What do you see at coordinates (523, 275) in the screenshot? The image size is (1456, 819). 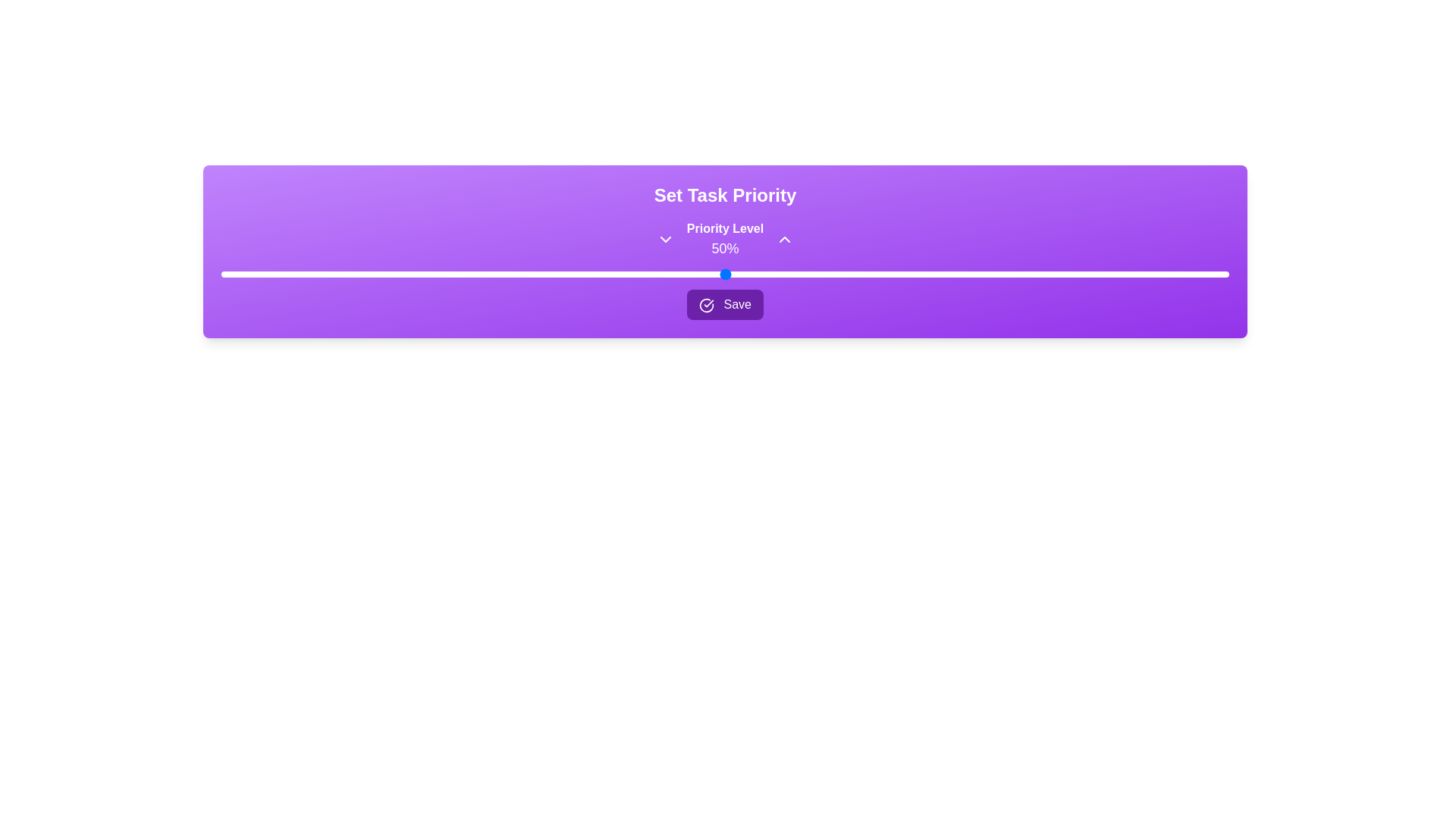 I see `the priority level` at bounding box center [523, 275].